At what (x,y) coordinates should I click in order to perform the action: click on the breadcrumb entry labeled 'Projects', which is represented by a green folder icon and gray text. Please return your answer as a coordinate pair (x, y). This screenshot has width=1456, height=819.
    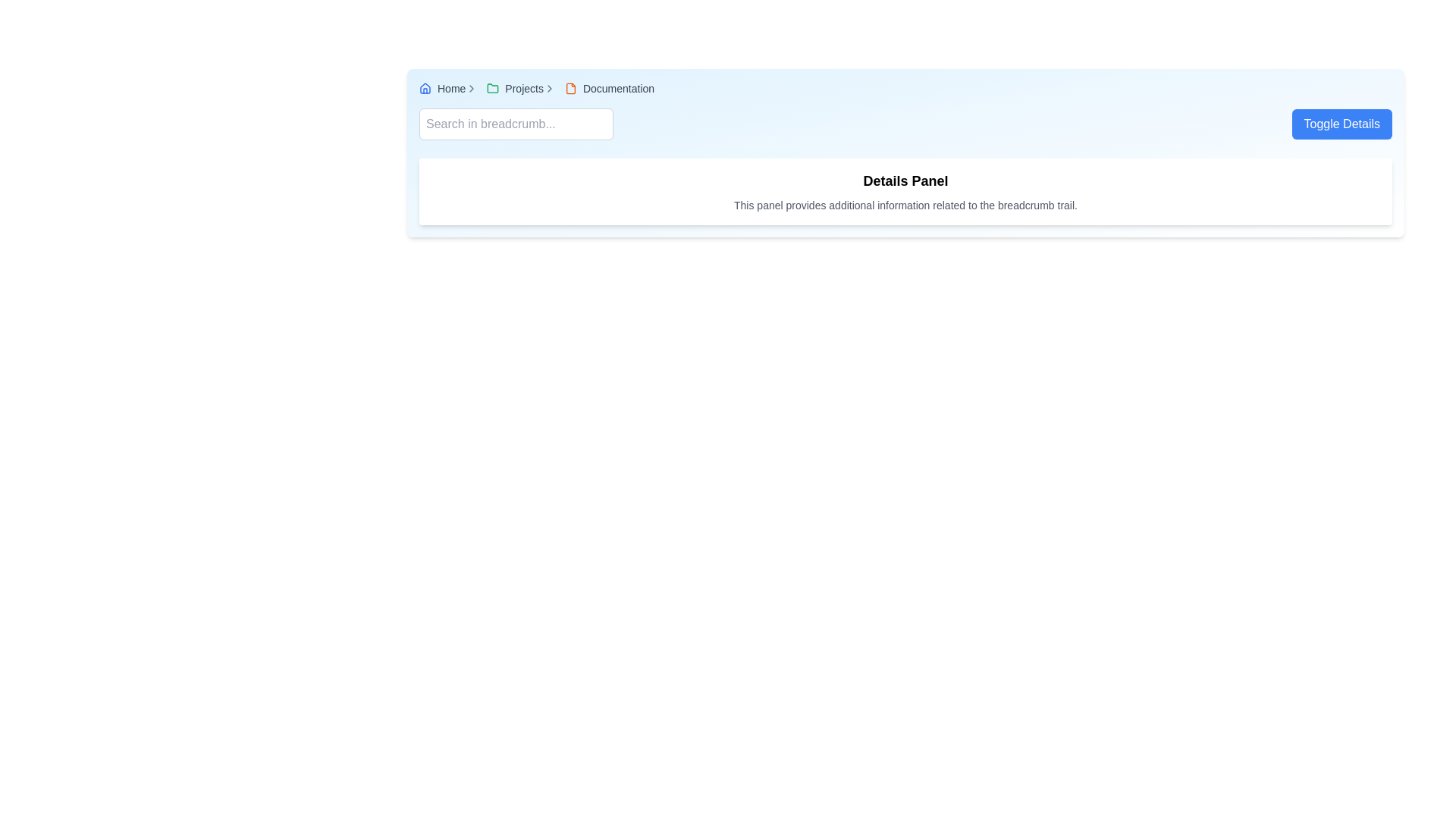
    Looking at the image, I should click on (521, 88).